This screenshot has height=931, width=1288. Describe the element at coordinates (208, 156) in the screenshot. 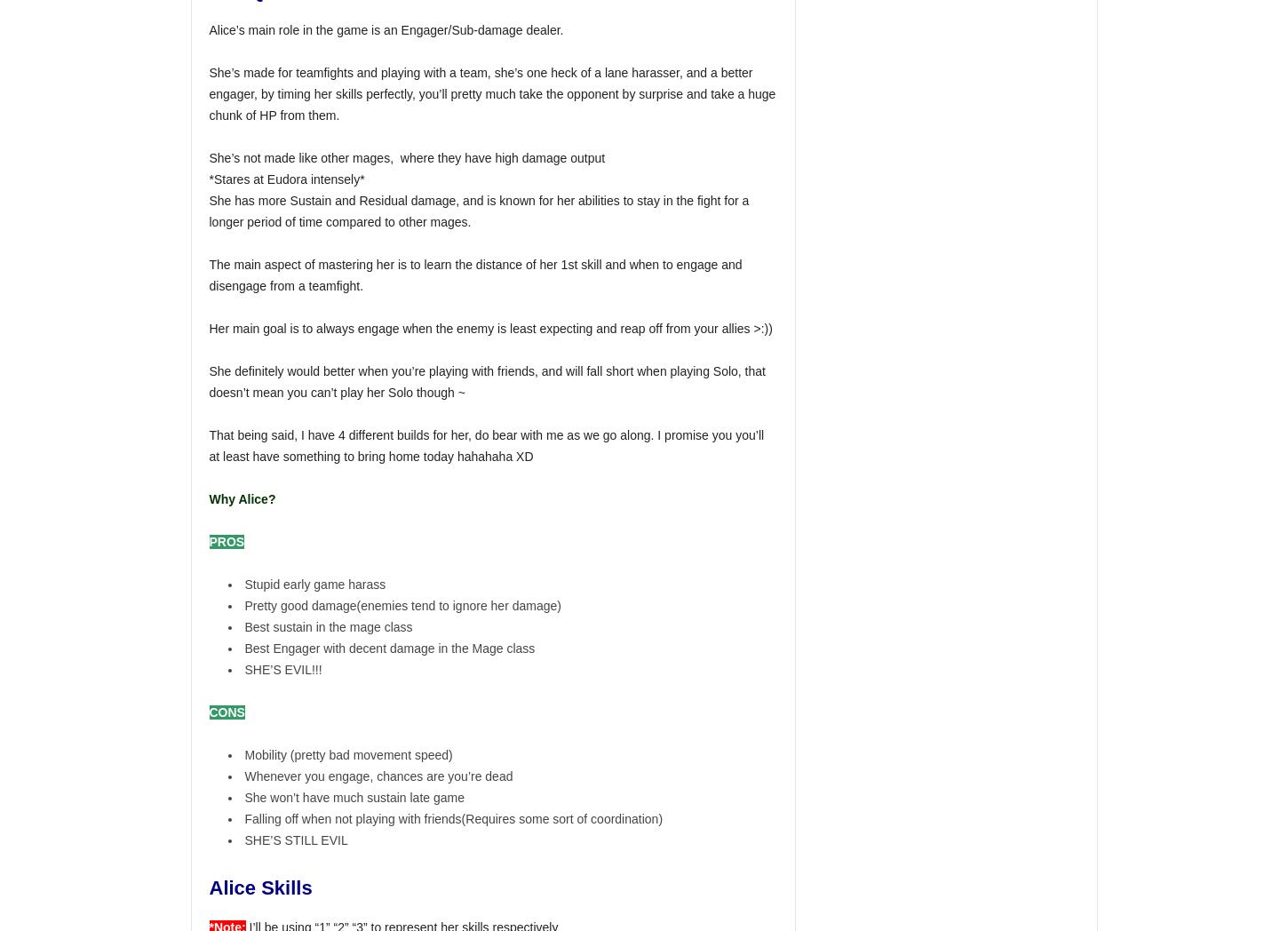

I see `'She’s not made like other mages,  where they have high damage output'` at that location.